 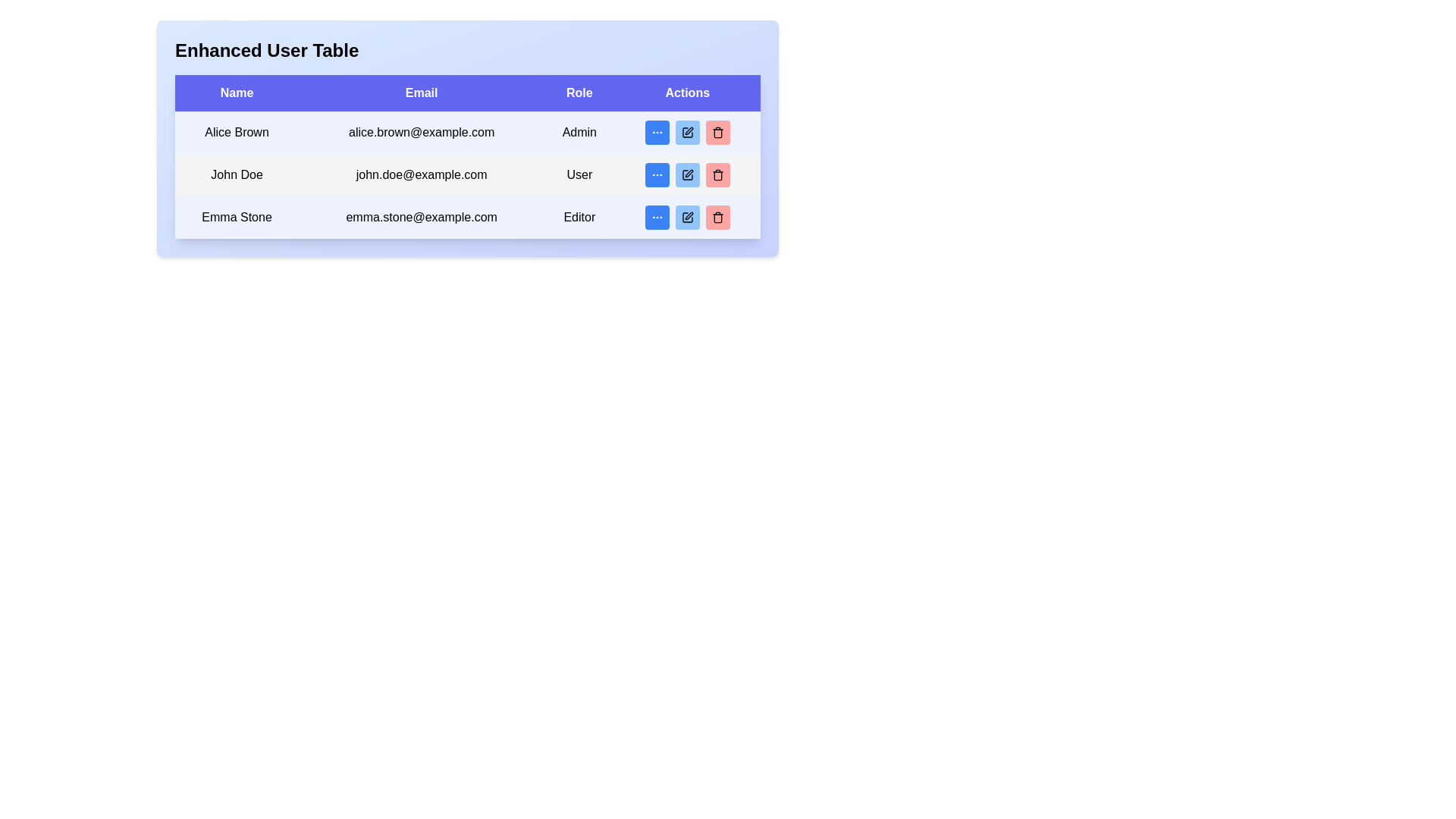 I want to click on the Trash Icon inside Button in the 'Actions' column of the third row associated with user 'Emma Stone', so click(x=717, y=217).